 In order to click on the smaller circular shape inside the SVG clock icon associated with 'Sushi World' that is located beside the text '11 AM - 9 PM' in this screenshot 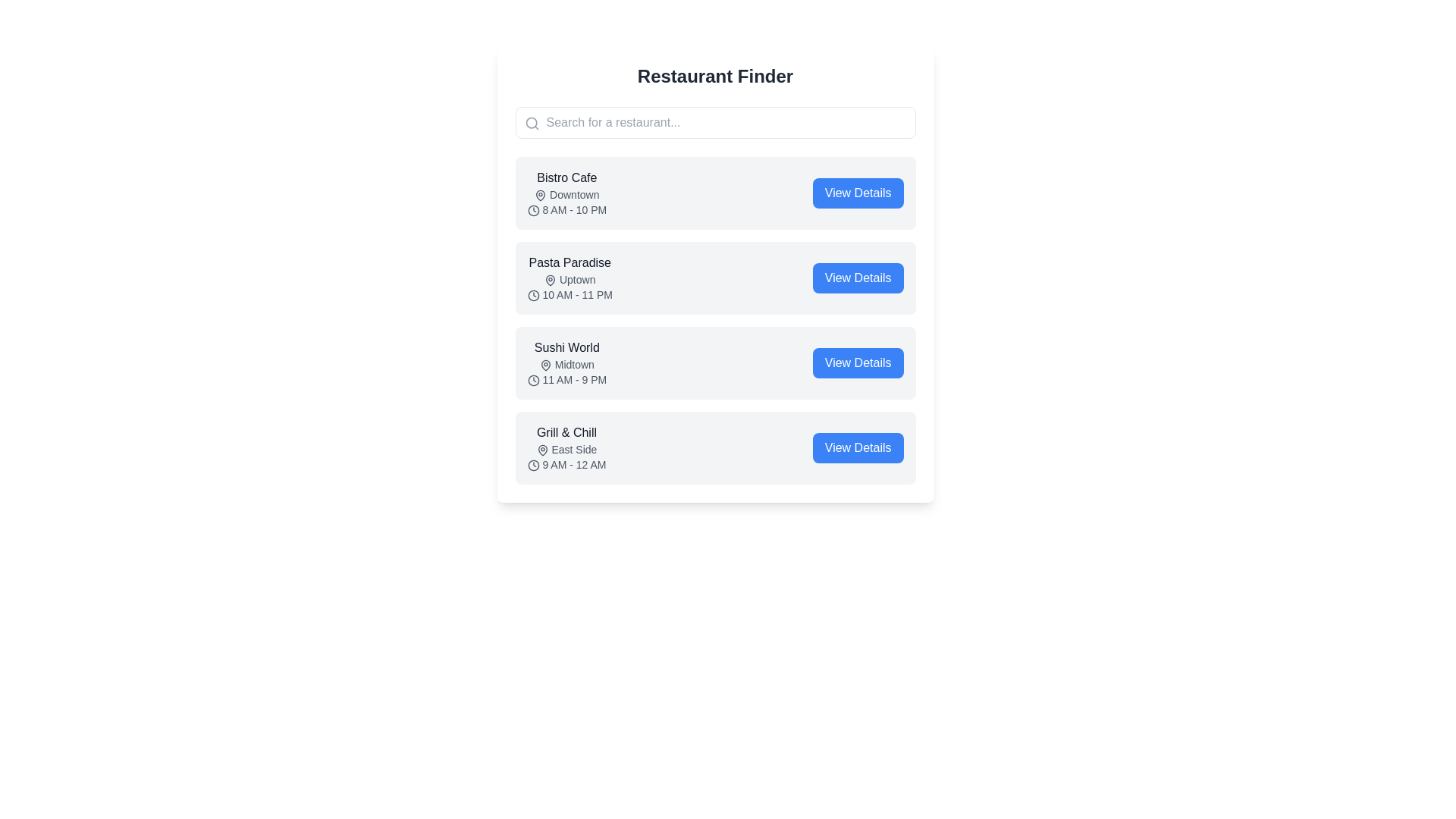, I will do `click(533, 380)`.